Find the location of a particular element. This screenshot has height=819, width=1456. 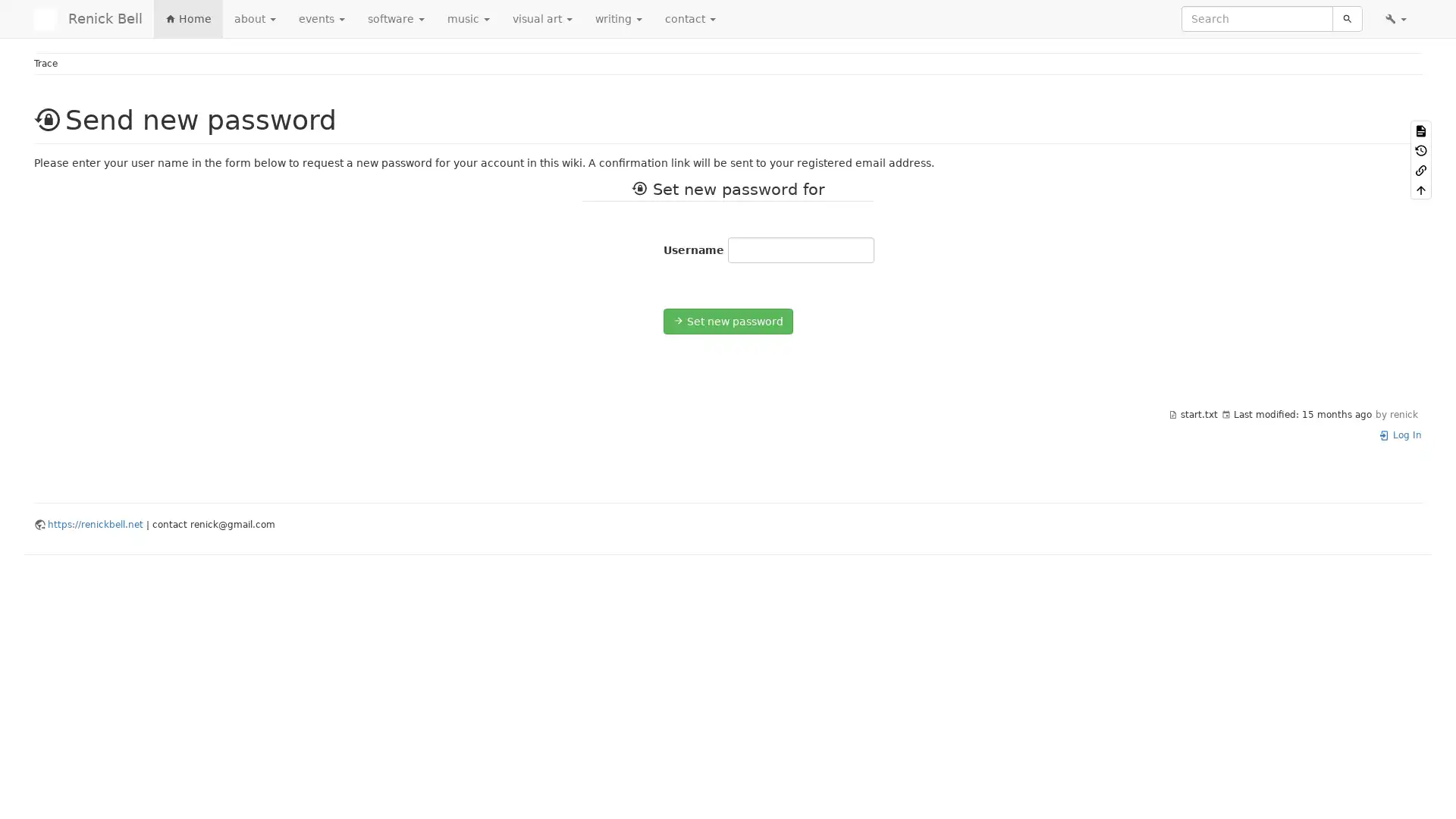

Search is located at coordinates (1347, 18).